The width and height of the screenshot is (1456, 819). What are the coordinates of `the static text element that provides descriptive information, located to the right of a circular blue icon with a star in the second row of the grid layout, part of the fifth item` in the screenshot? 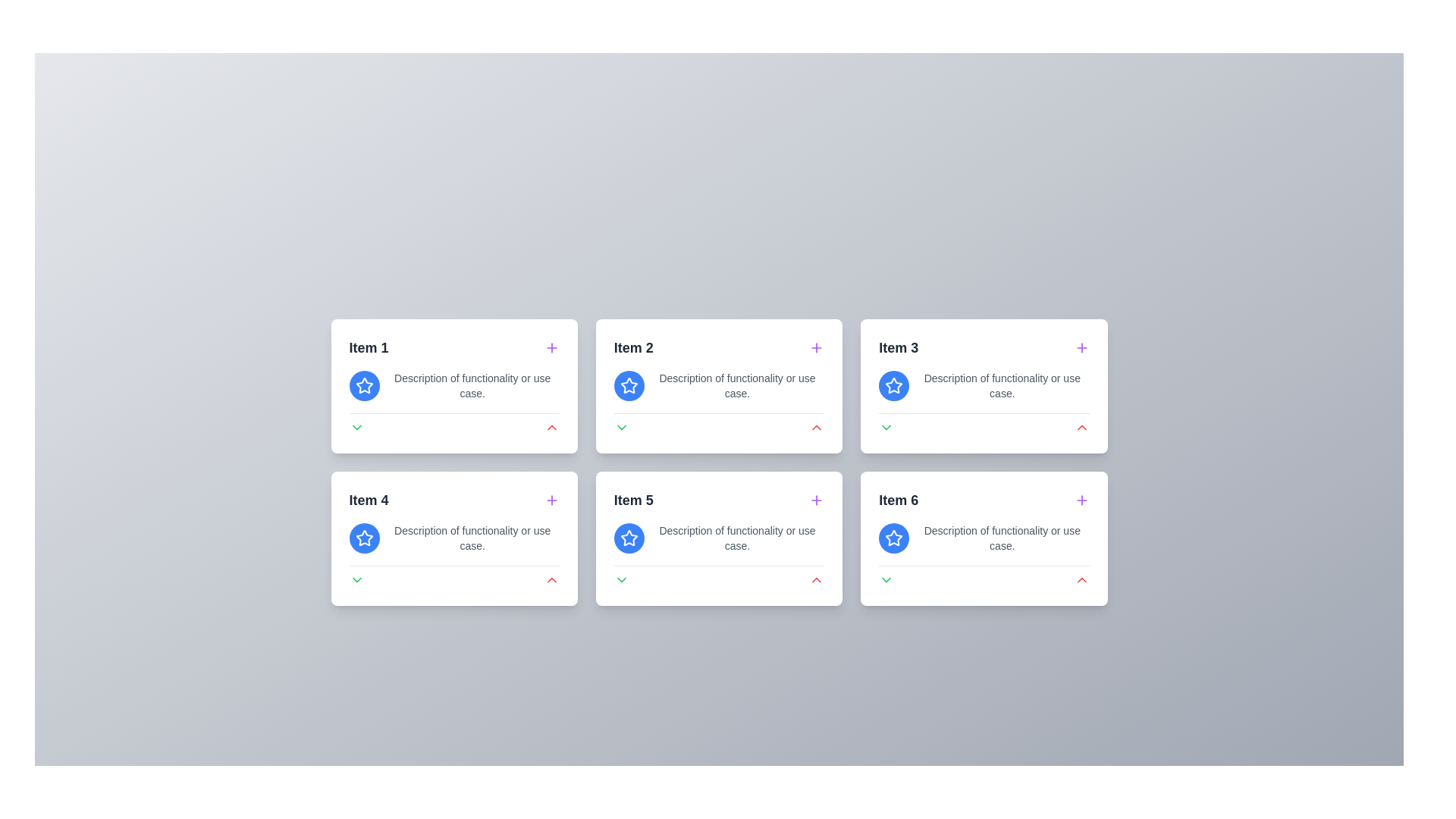 It's located at (737, 537).